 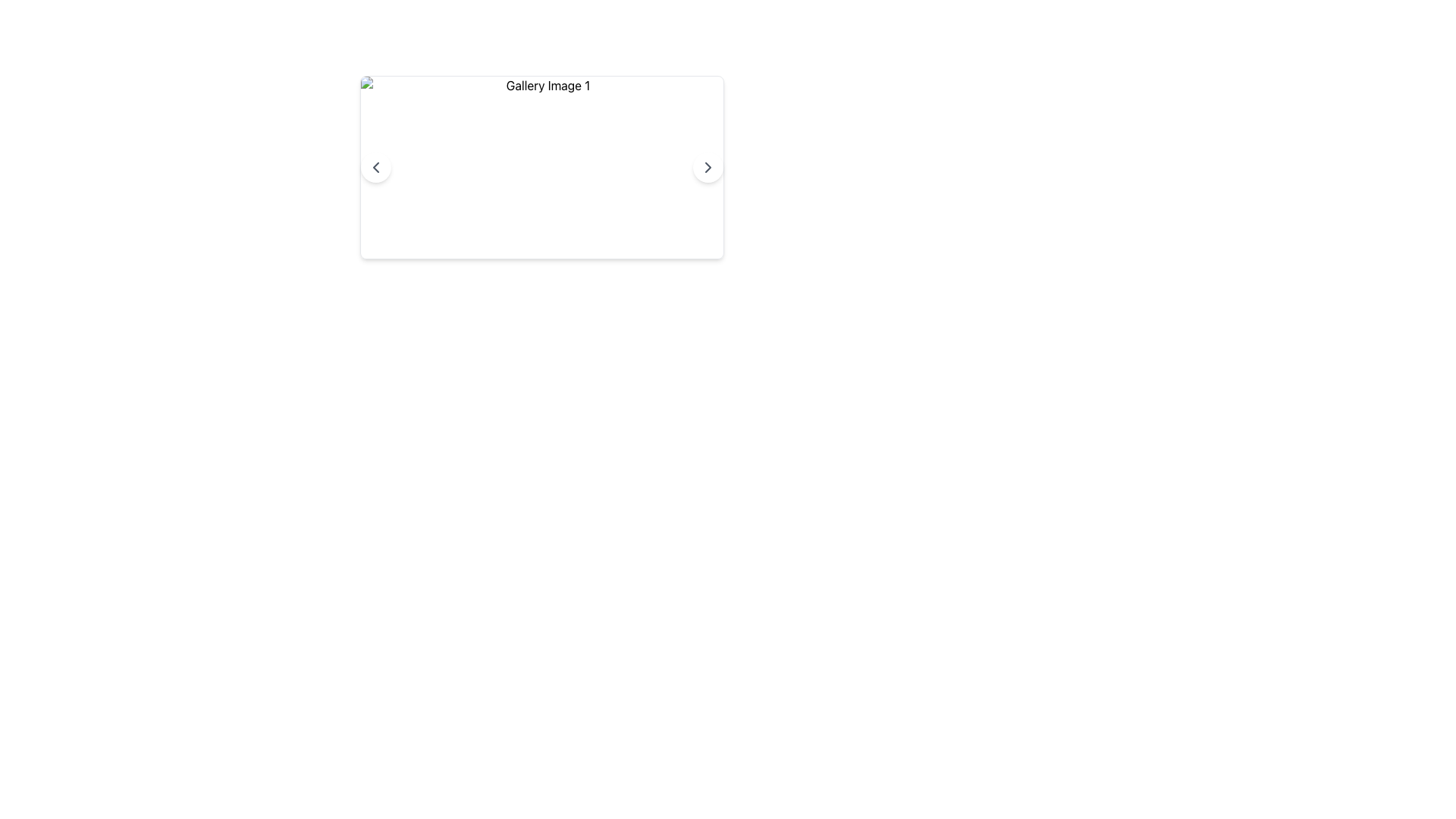 I want to click on the left navigation icon button located in the left-middle of the white rectangular card displaying 'Gallery Image 1', so click(x=375, y=167).